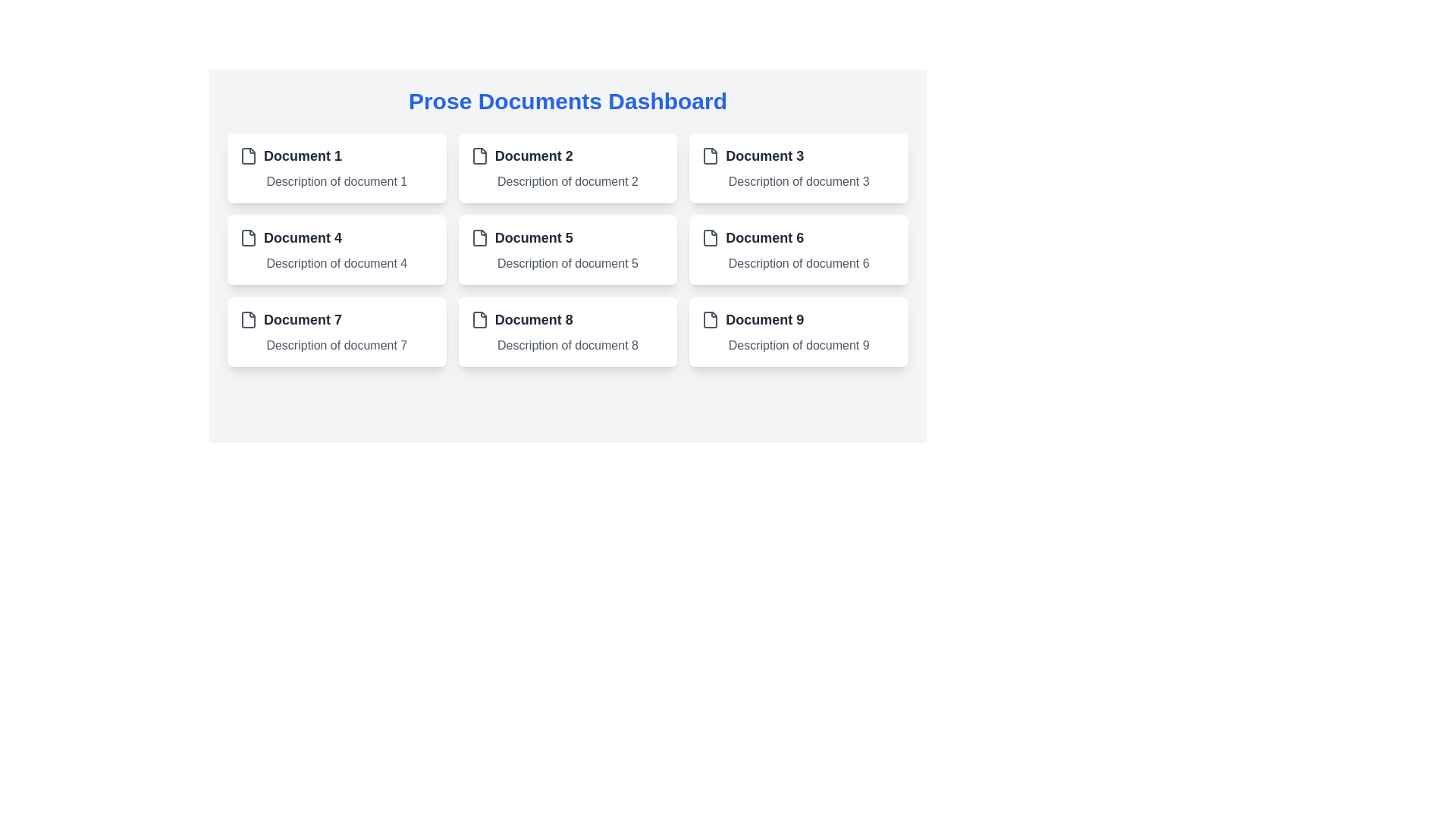 This screenshot has height=819, width=1456. I want to click on the second card in the grid layout with the title 'Document 2', so click(566, 168).